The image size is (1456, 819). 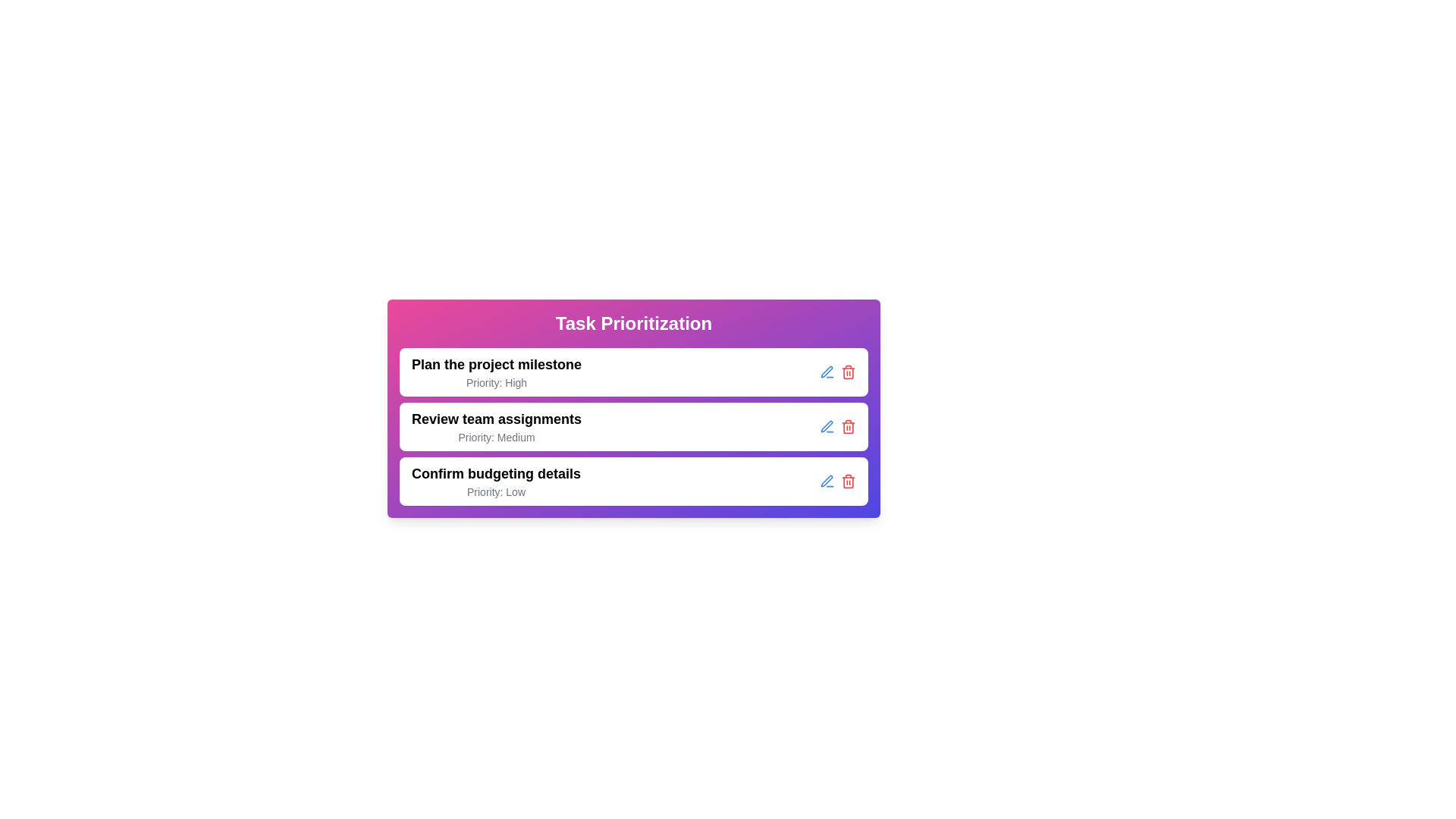 What do you see at coordinates (847, 373) in the screenshot?
I see `the red-colored segment of the trash bin icon` at bounding box center [847, 373].